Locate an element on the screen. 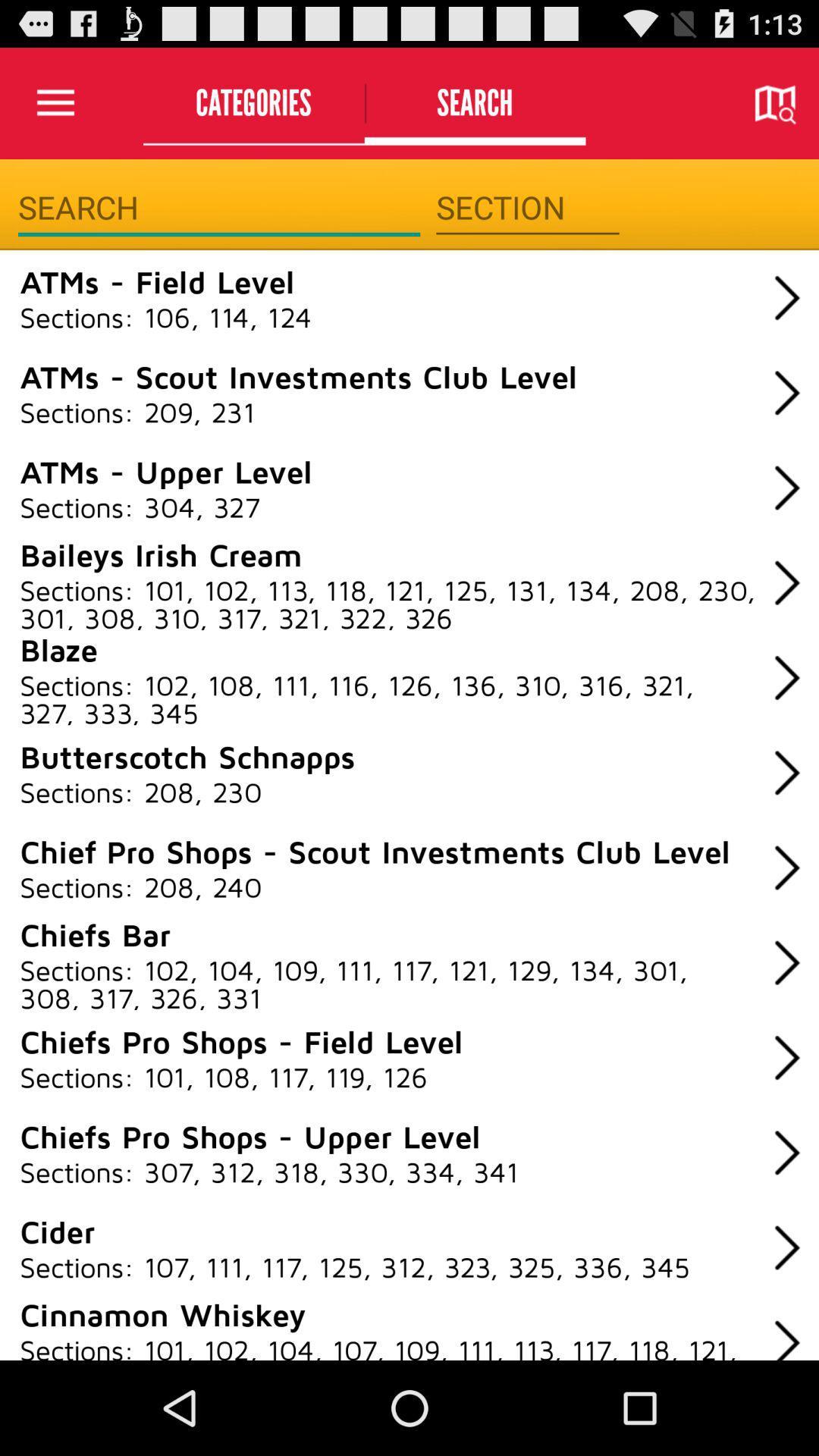 Image resolution: width=819 pixels, height=1456 pixels. icon next to categories is located at coordinates (55, 102).